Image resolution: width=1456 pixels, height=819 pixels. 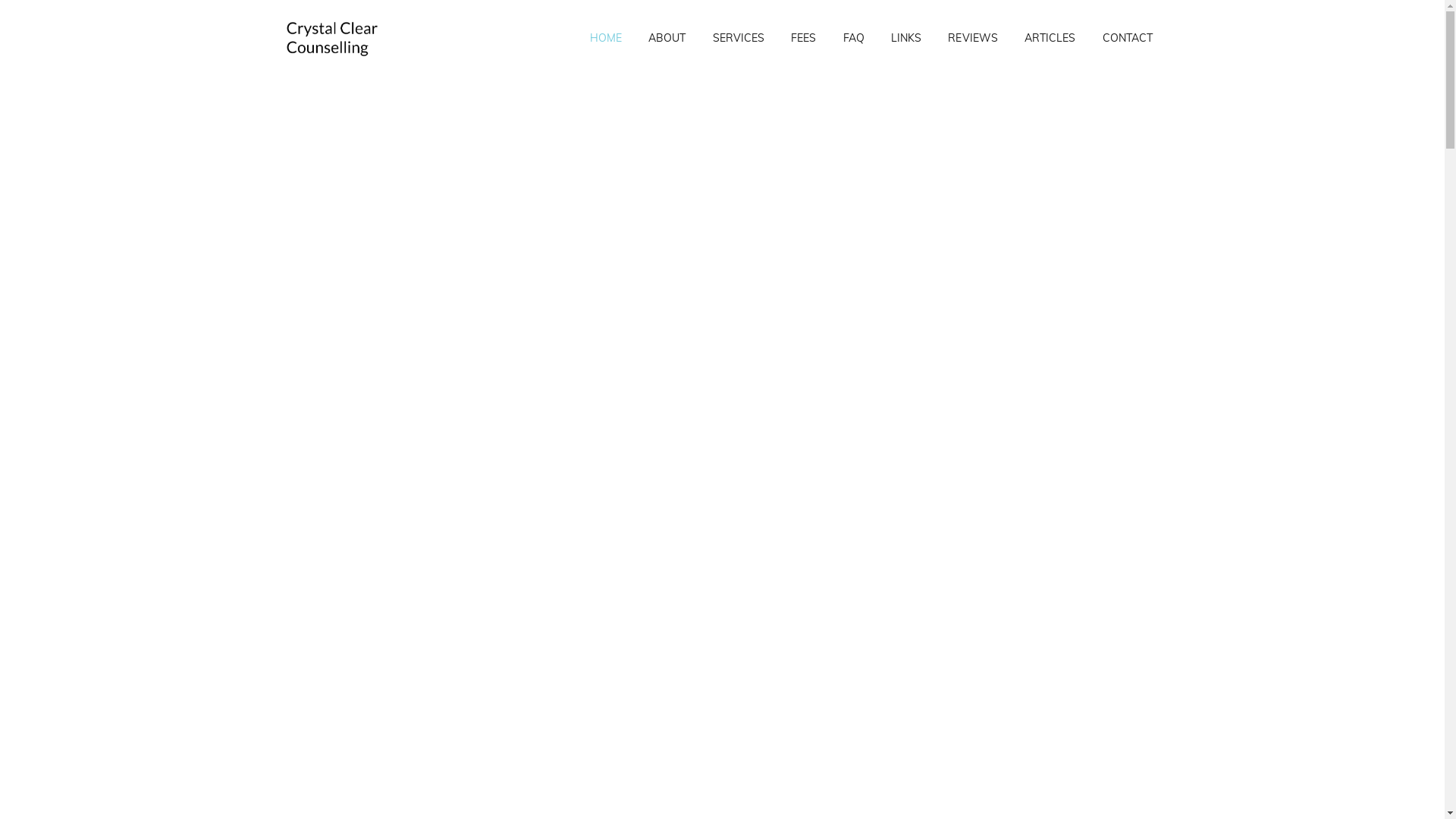 I want to click on 'ABOUT', so click(x=667, y=37).